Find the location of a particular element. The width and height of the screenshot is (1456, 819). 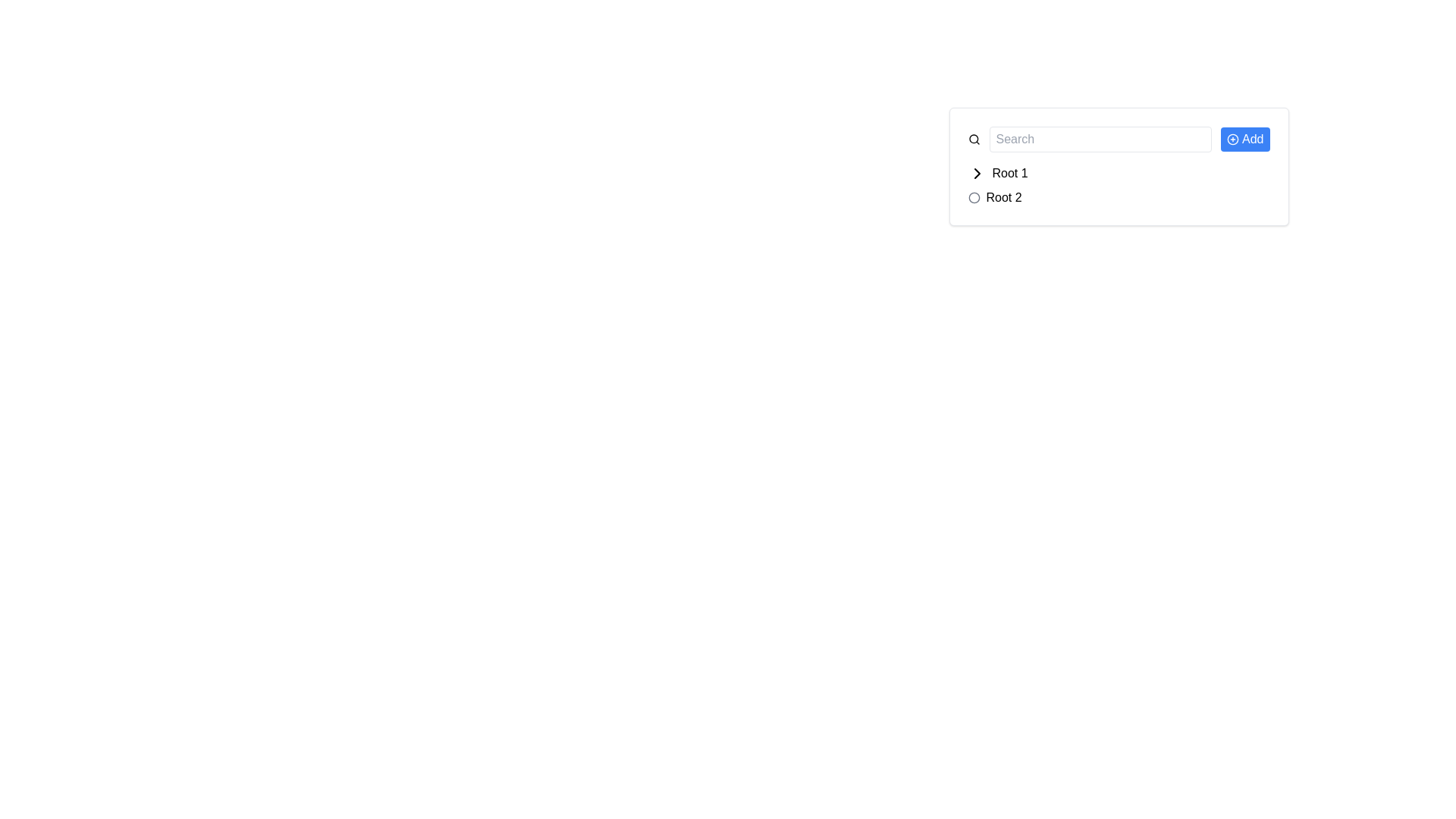

the right-pointing chevron icon is located at coordinates (977, 172).